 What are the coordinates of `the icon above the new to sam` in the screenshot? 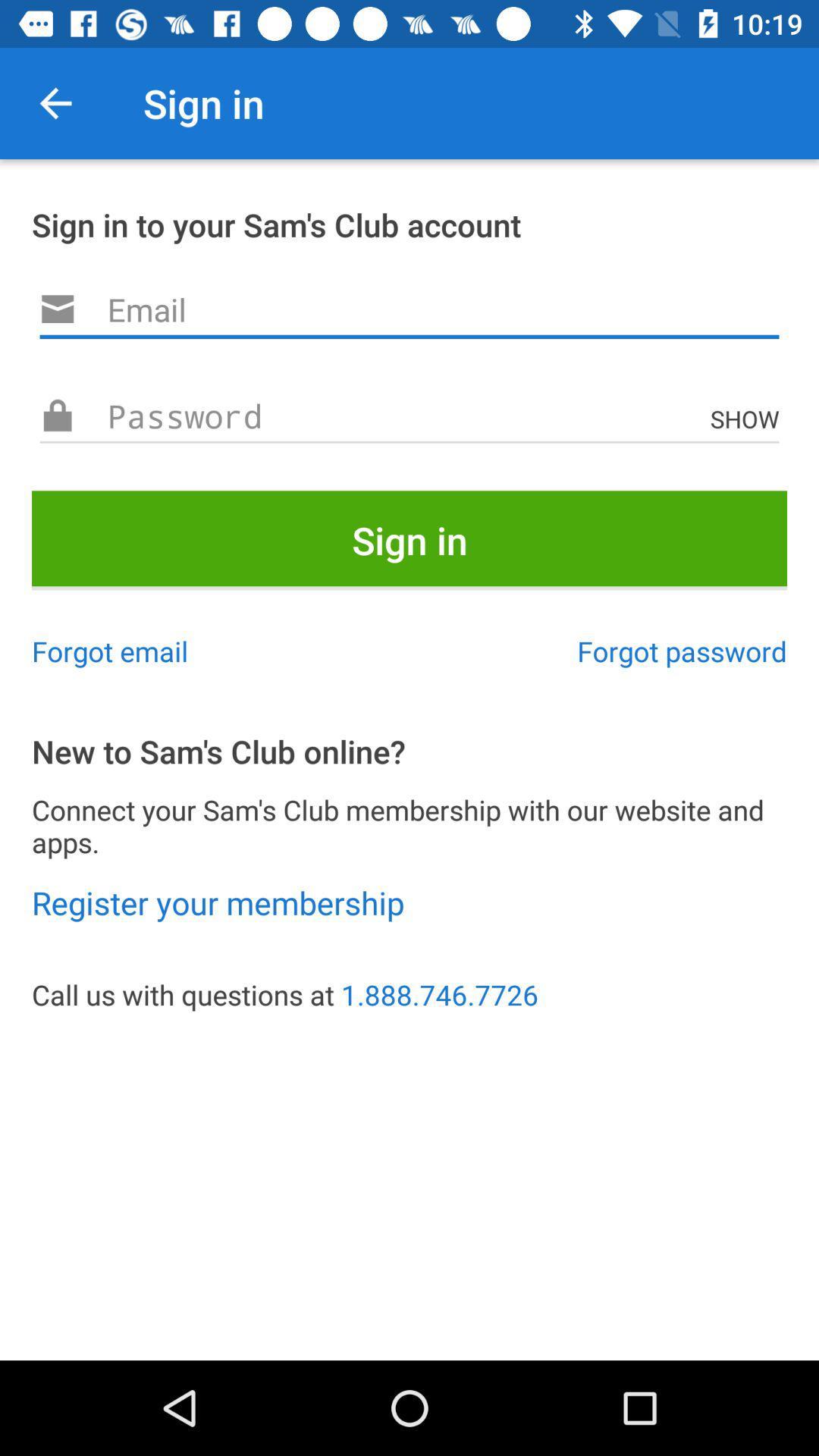 It's located at (681, 651).